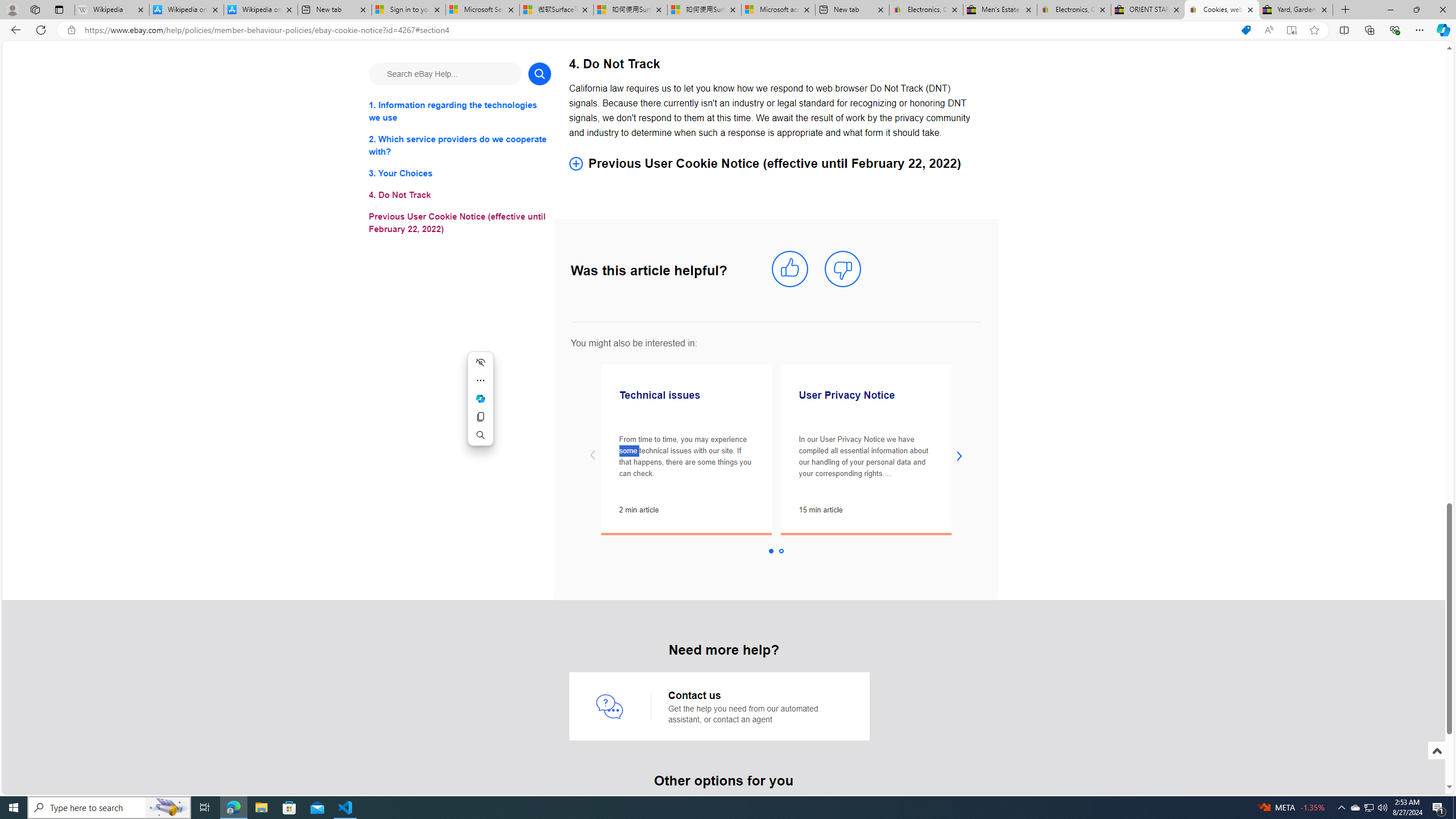  I want to click on 'Slide 2 ', so click(781, 551).